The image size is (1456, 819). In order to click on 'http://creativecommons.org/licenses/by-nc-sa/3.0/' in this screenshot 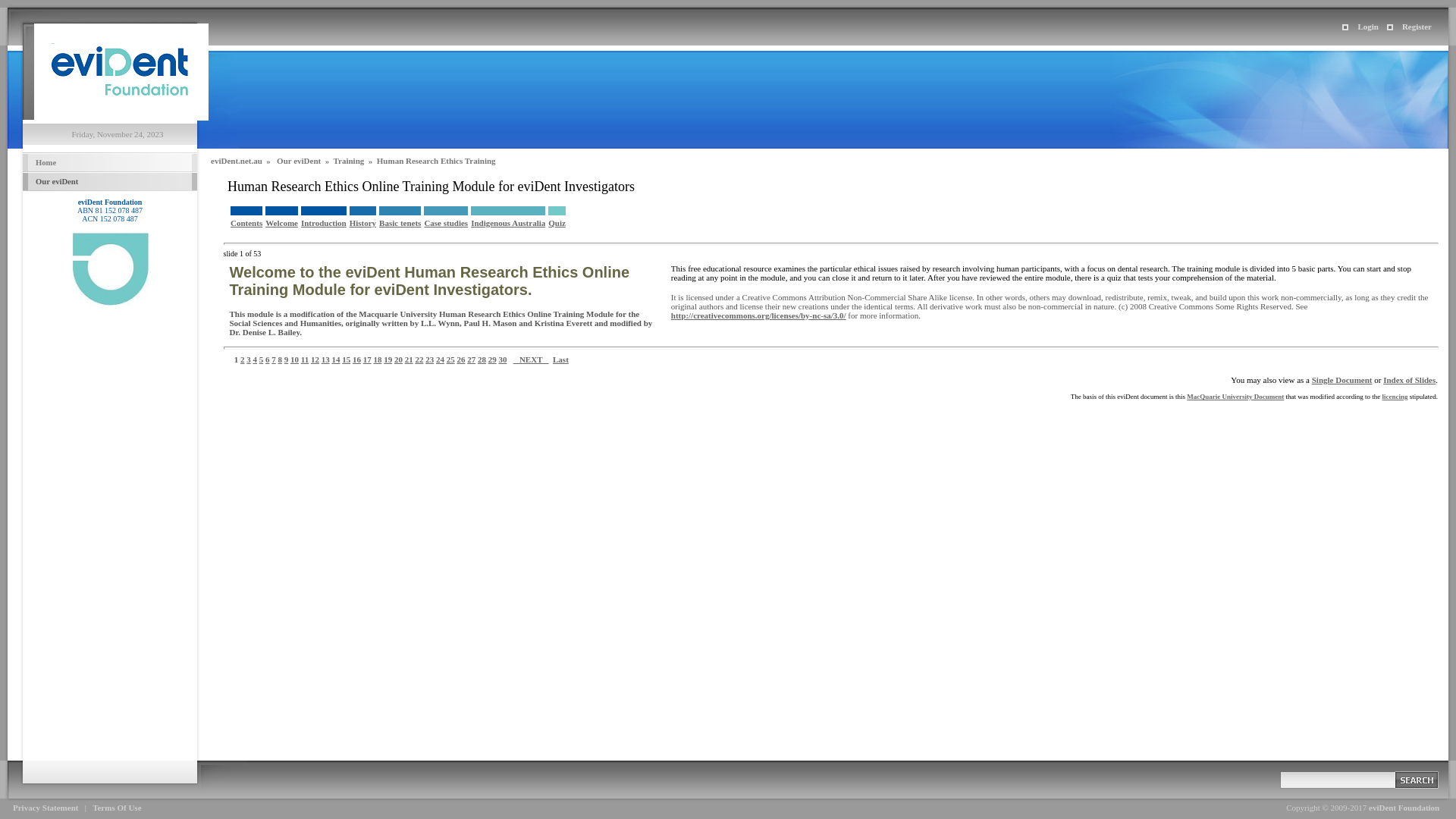, I will do `click(758, 315)`.